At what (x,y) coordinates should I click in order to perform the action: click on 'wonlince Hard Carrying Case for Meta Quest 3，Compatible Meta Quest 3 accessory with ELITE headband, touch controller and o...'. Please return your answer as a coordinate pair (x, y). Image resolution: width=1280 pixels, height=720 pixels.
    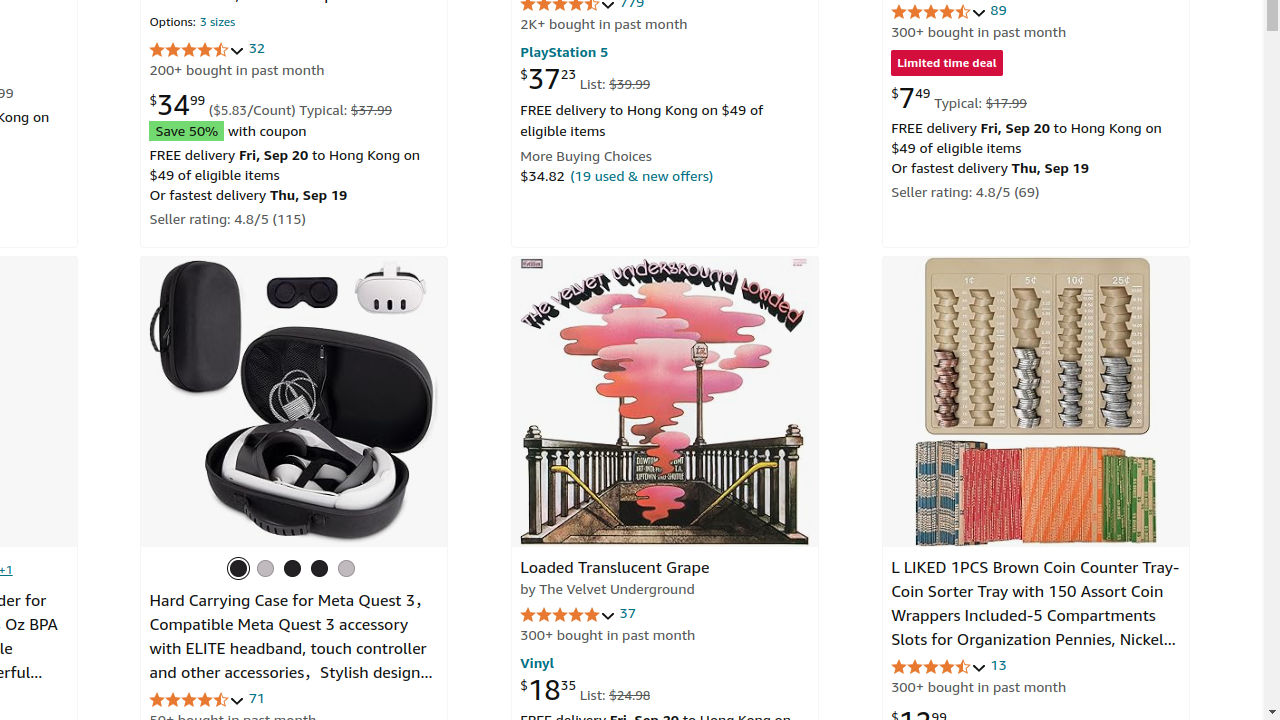
    Looking at the image, I should click on (293, 401).